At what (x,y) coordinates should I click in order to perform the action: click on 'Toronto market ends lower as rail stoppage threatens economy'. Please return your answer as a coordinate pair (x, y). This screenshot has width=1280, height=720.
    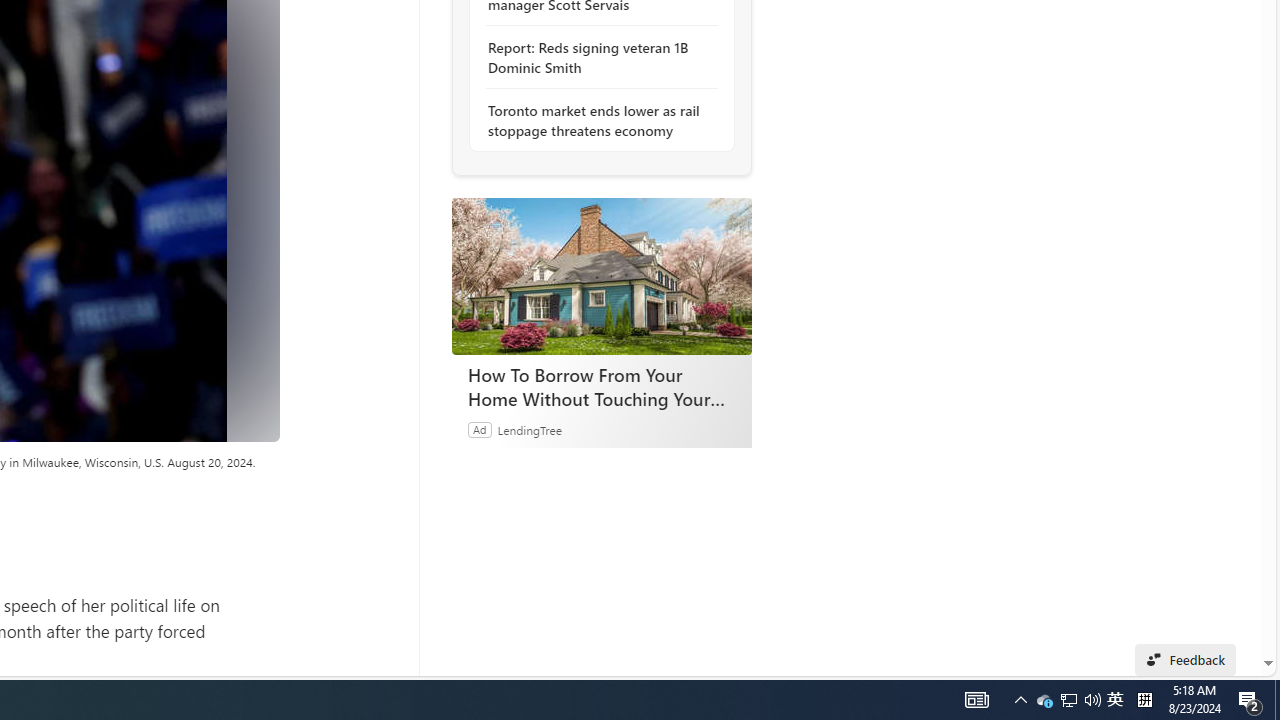
    Looking at the image, I should click on (595, 120).